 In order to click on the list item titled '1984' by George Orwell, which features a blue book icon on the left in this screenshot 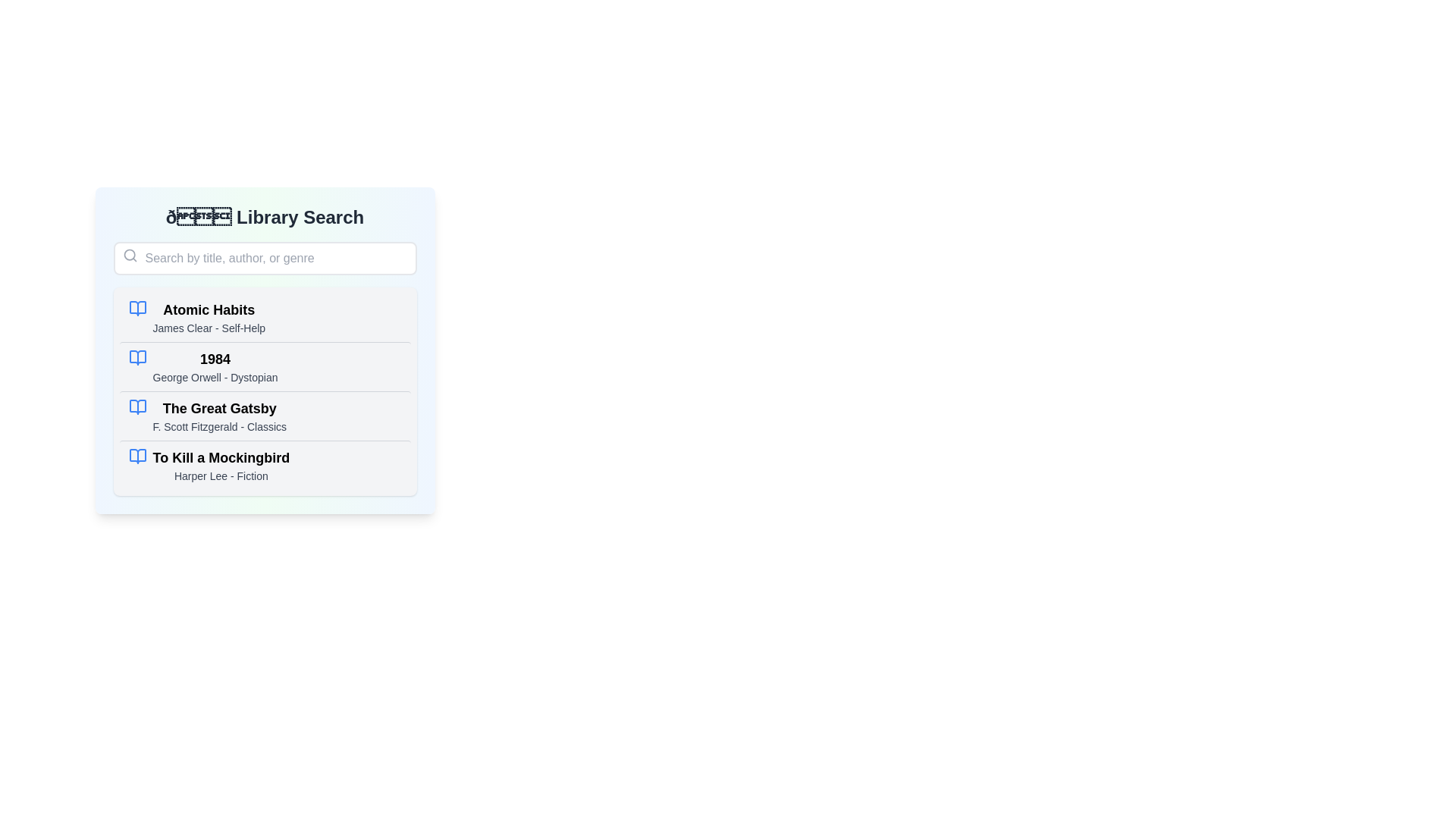, I will do `click(265, 366)`.